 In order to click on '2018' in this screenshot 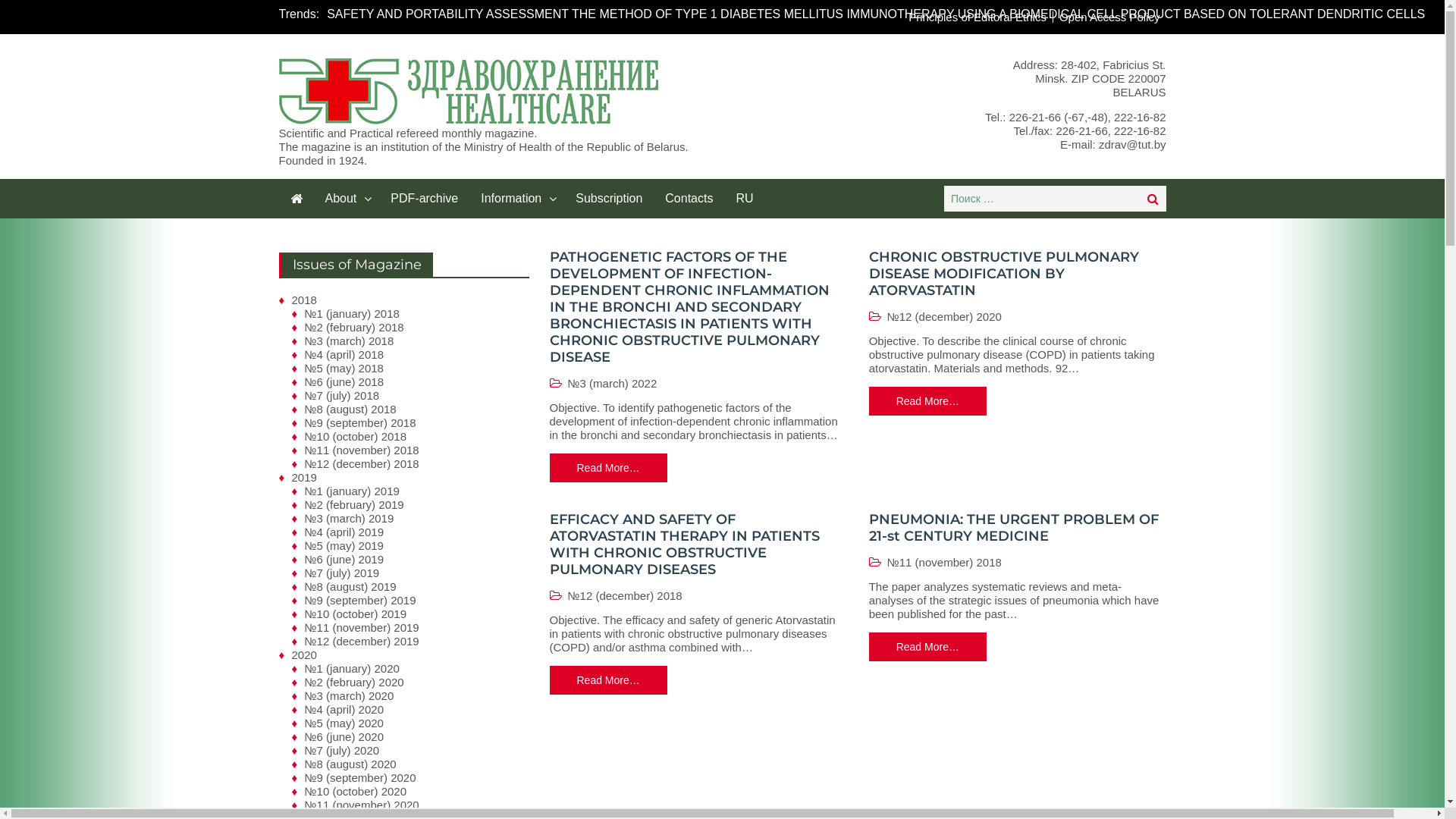, I will do `click(303, 300)`.